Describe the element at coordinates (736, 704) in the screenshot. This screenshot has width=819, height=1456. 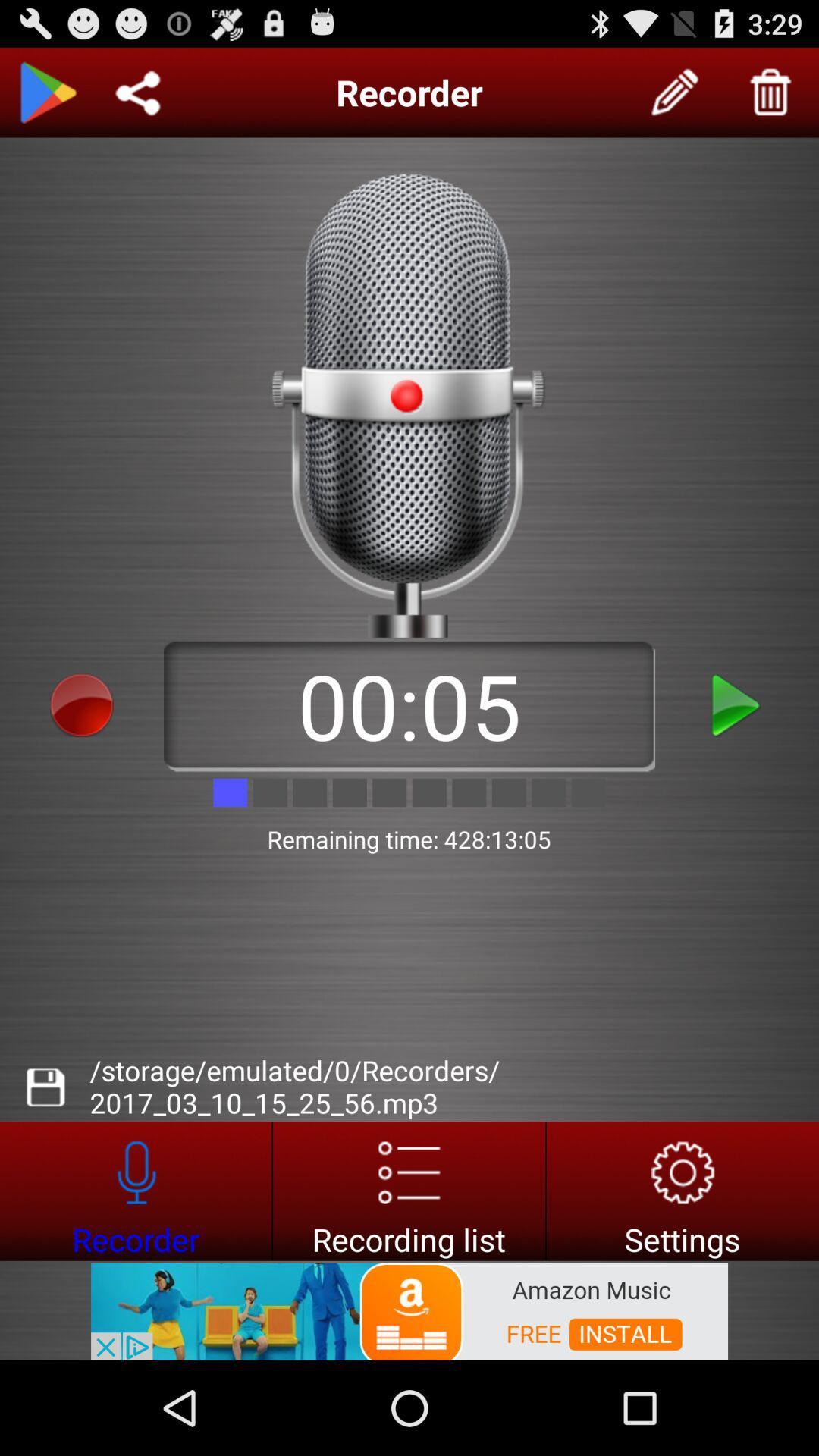
I see `next button` at that location.